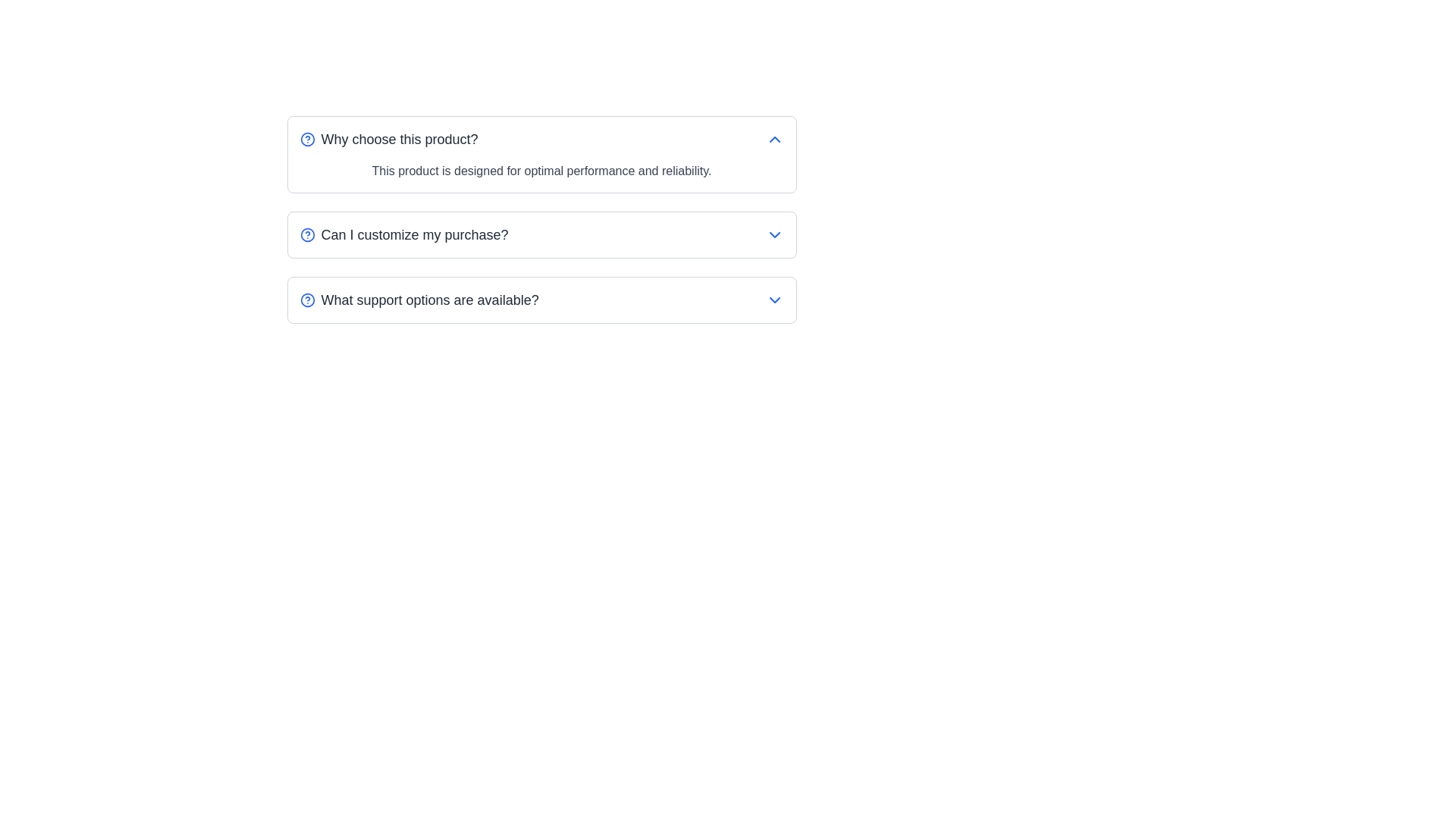 The height and width of the screenshot is (819, 1456). What do you see at coordinates (541, 165) in the screenshot?
I see `the text label displaying 'This product is designed for optimal performance and reliability.' located in the expanded section of the 'Why choose this product?' dropdown` at bounding box center [541, 165].